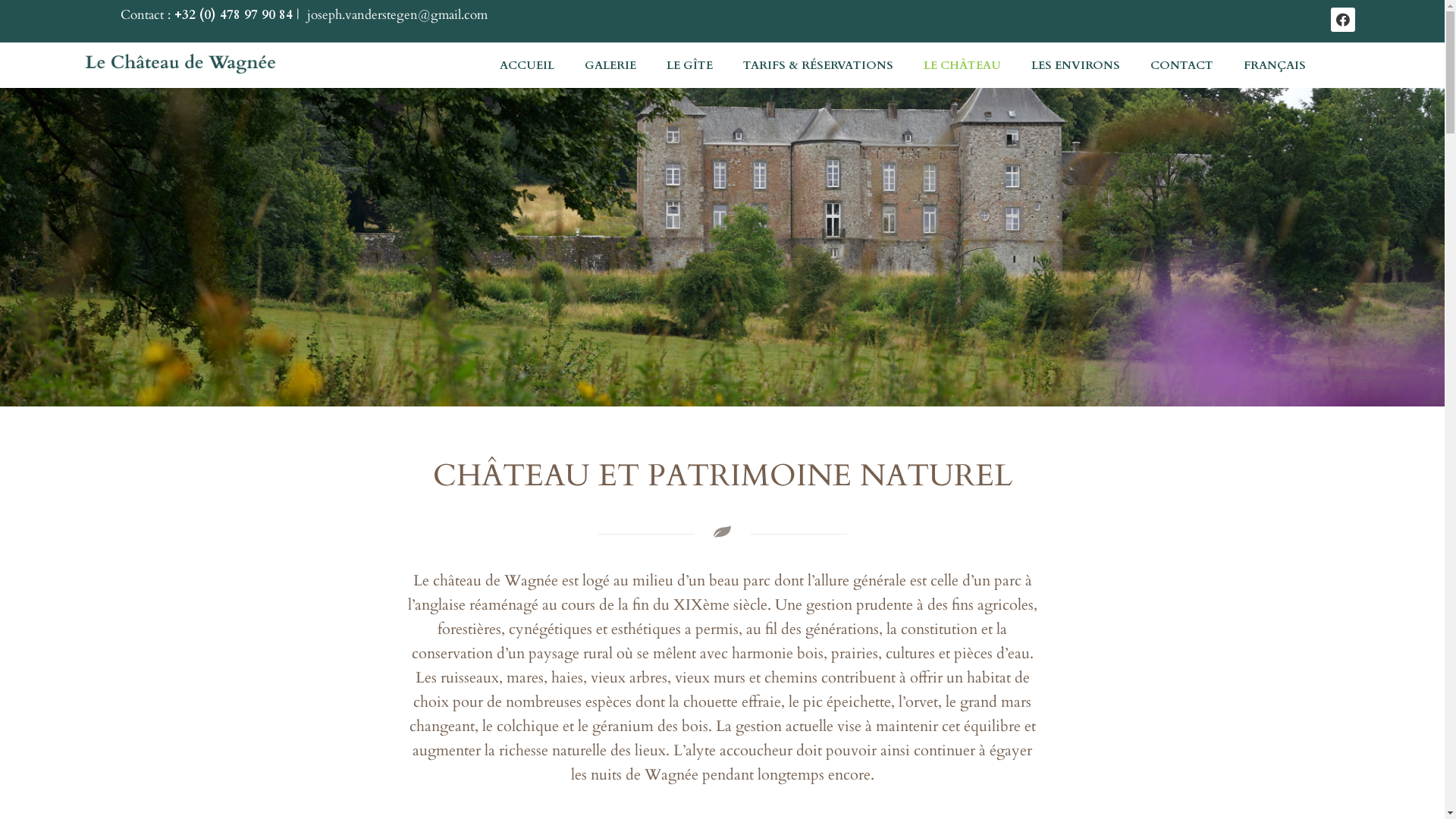 The width and height of the screenshot is (1456, 819). What do you see at coordinates (1135, 64) in the screenshot?
I see `'CONTACT'` at bounding box center [1135, 64].